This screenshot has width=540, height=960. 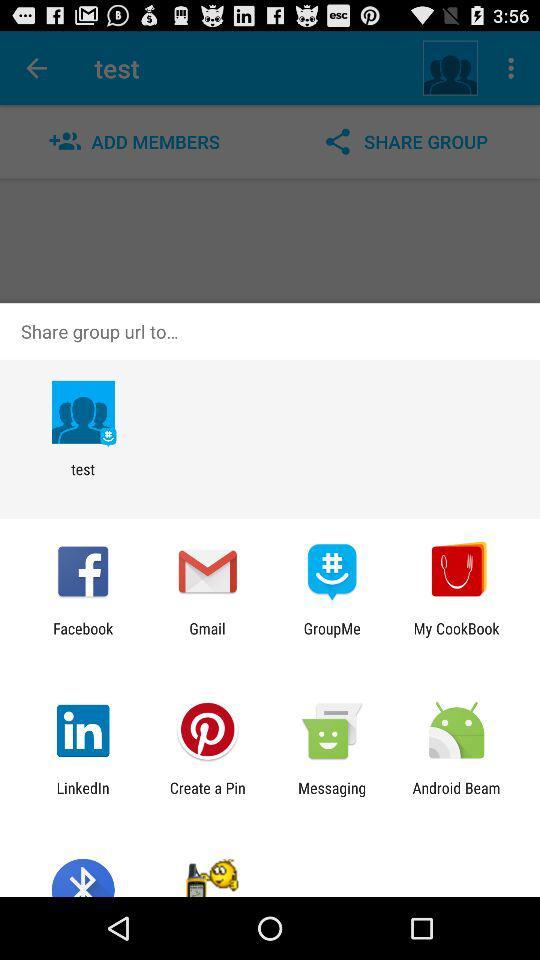 What do you see at coordinates (82, 478) in the screenshot?
I see `test app` at bounding box center [82, 478].